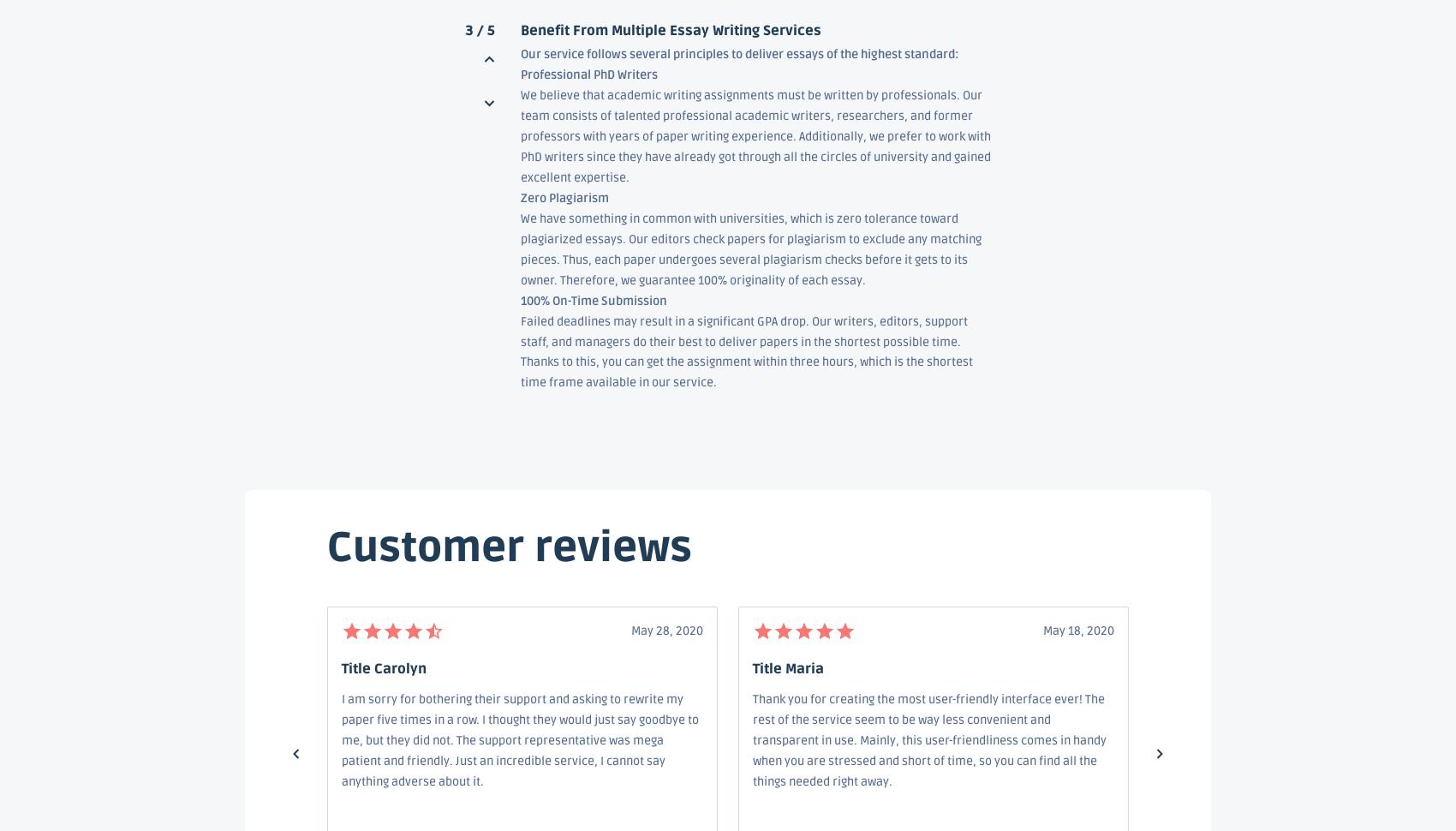  I want to click on 'Once you place your order, we will allocate it to a writer immediately. Rest assured that your task performer has relevant experience in your discipline.', so click(746, 673).